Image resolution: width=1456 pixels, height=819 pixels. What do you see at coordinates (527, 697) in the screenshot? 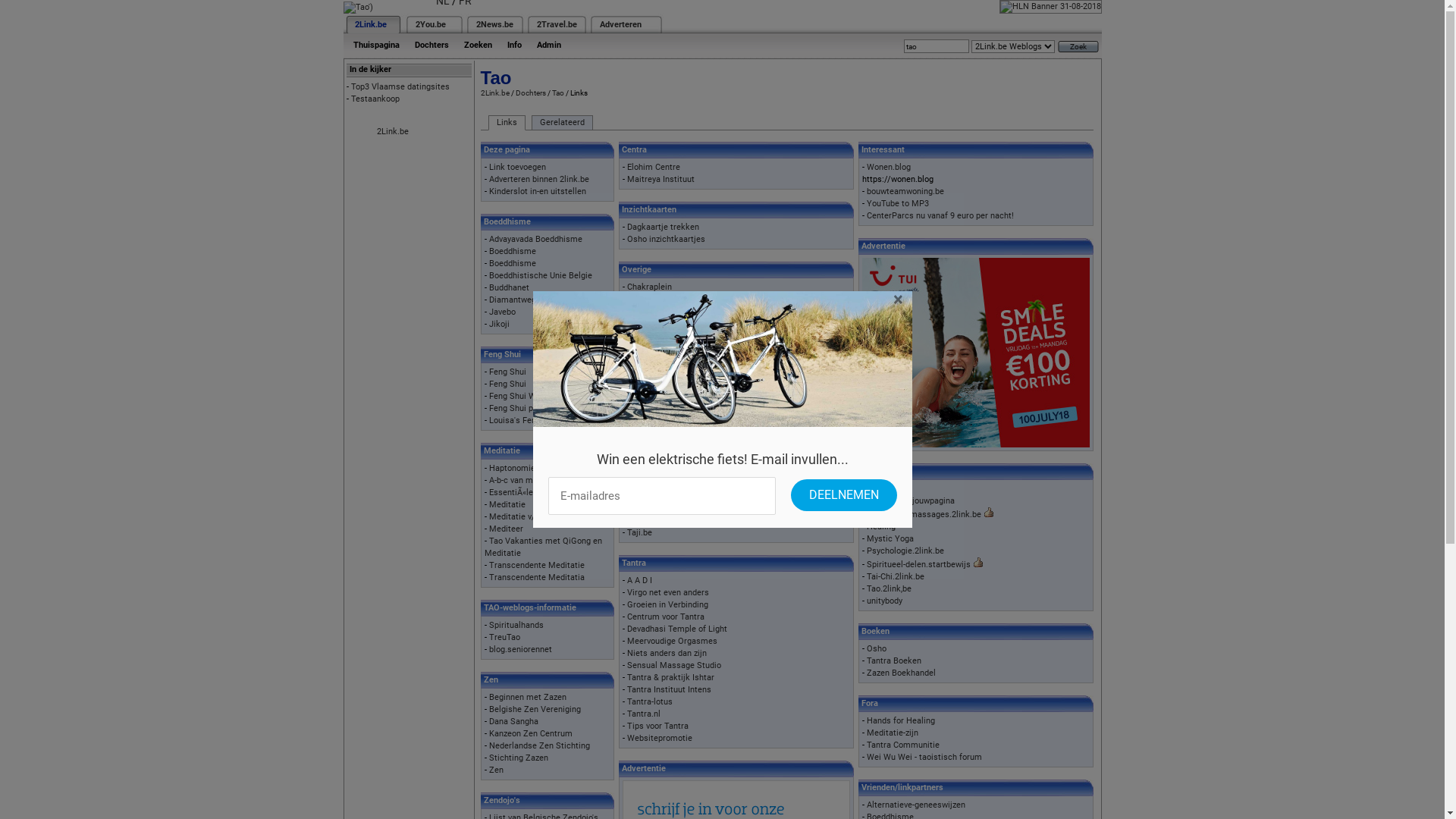
I see `'Beginnen met Zazen'` at bounding box center [527, 697].